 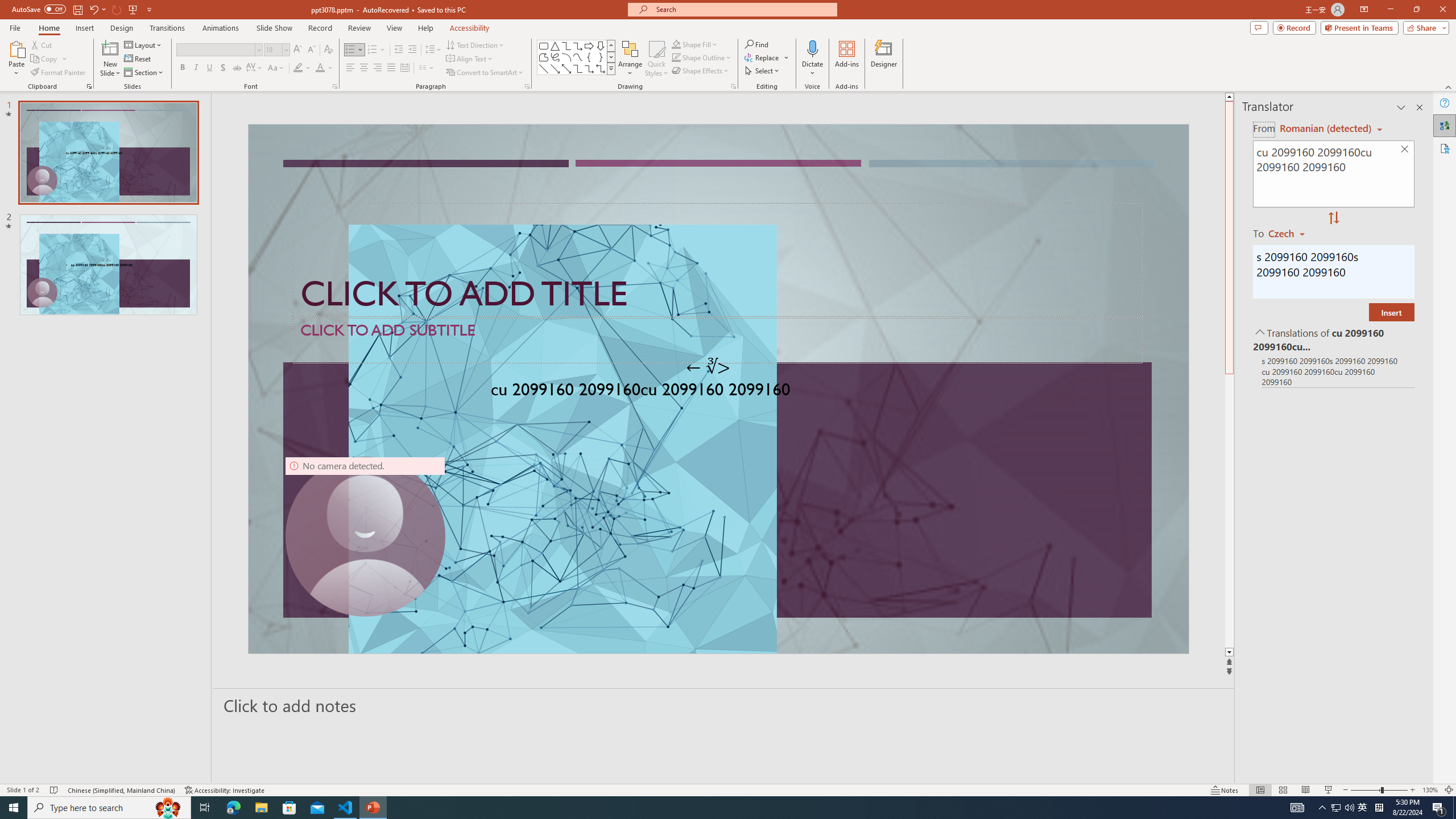 I want to click on 'Clear text', so click(x=1405, y=150).